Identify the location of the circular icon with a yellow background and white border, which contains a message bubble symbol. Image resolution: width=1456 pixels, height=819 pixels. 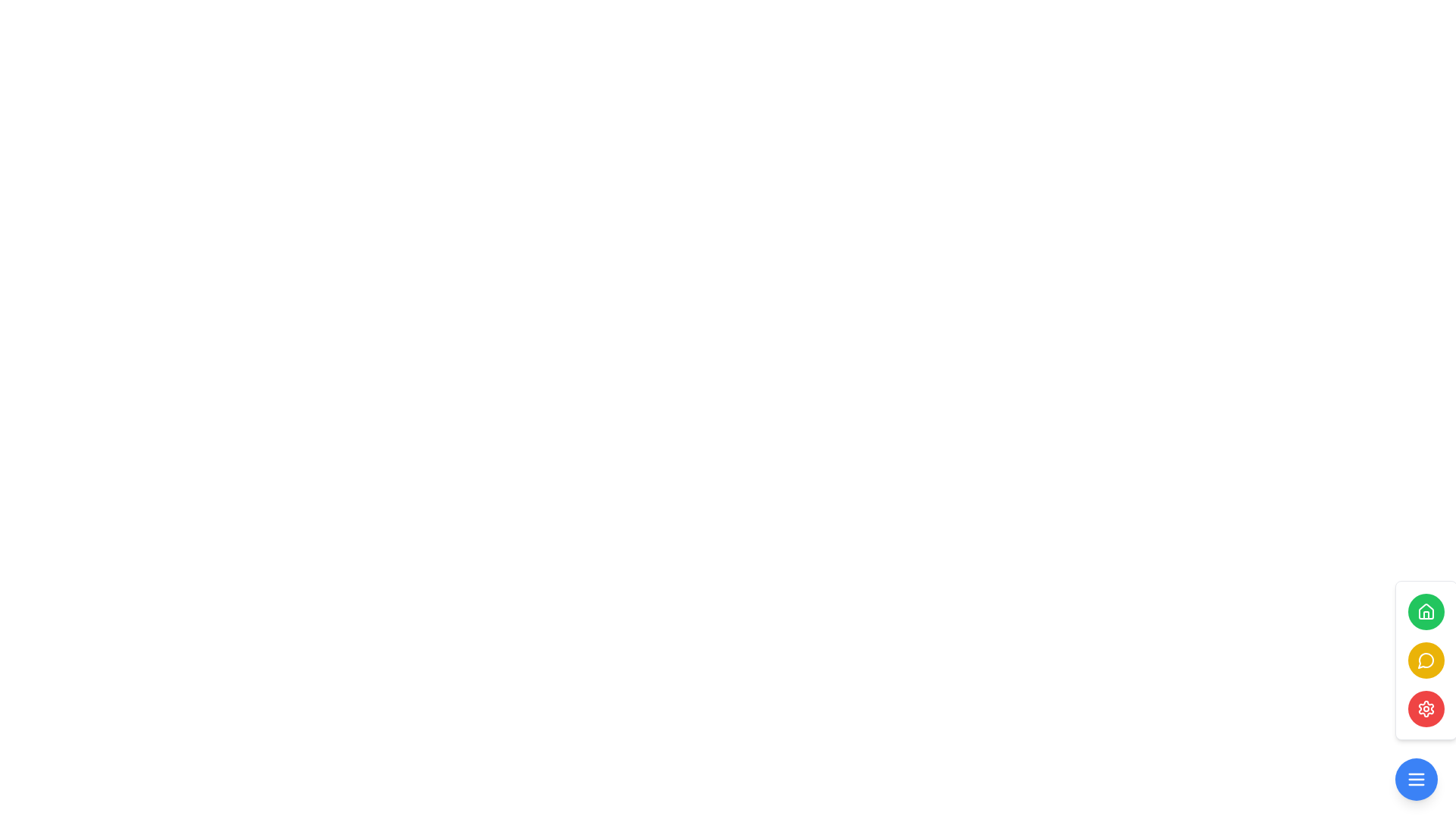
(1426, 660).